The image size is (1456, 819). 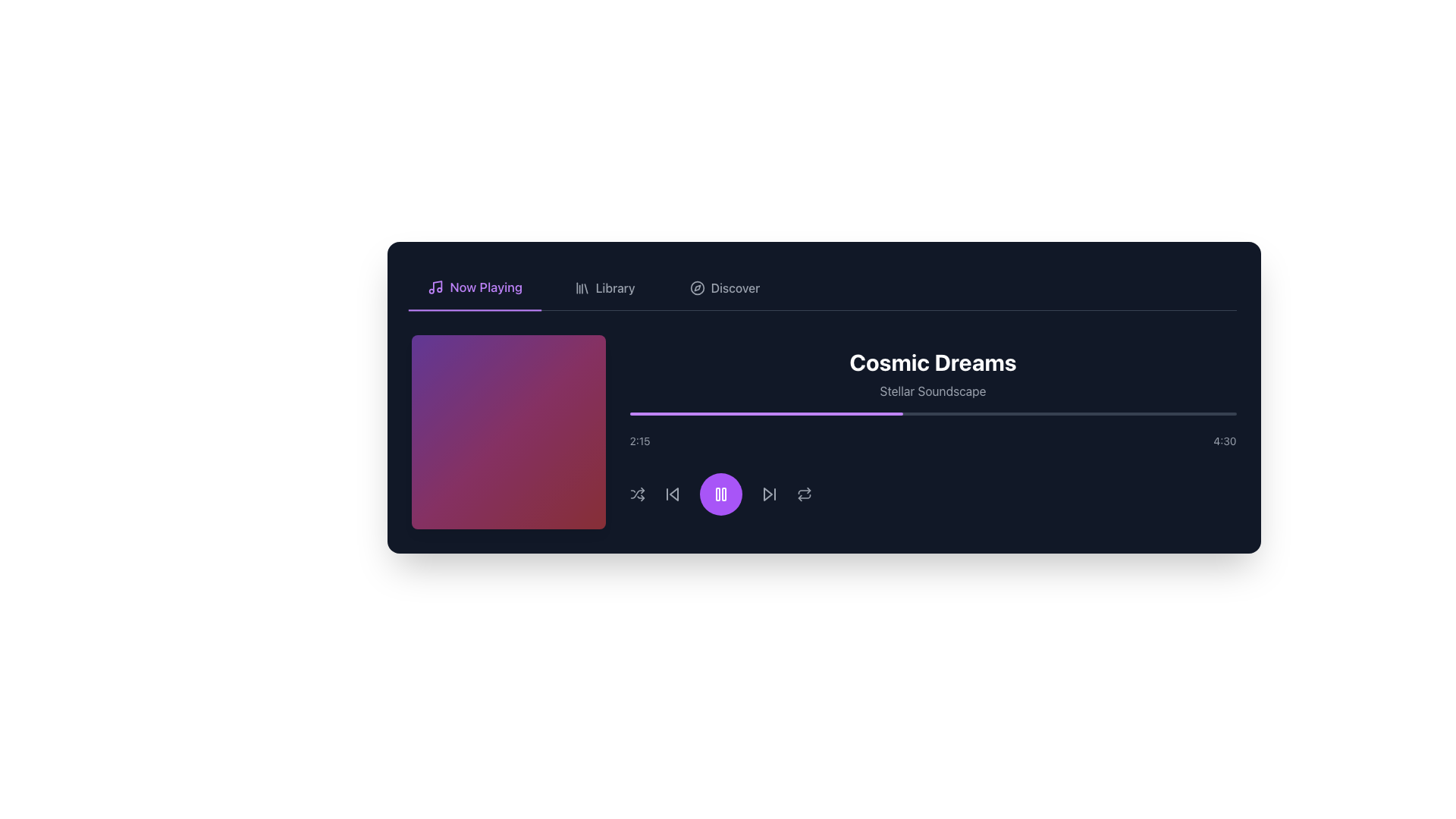 What do you see at coordinates (696, 288) in the screenshot?
I see `the compass icon located within the 'Discover' section` at bounding box center [696, 288].